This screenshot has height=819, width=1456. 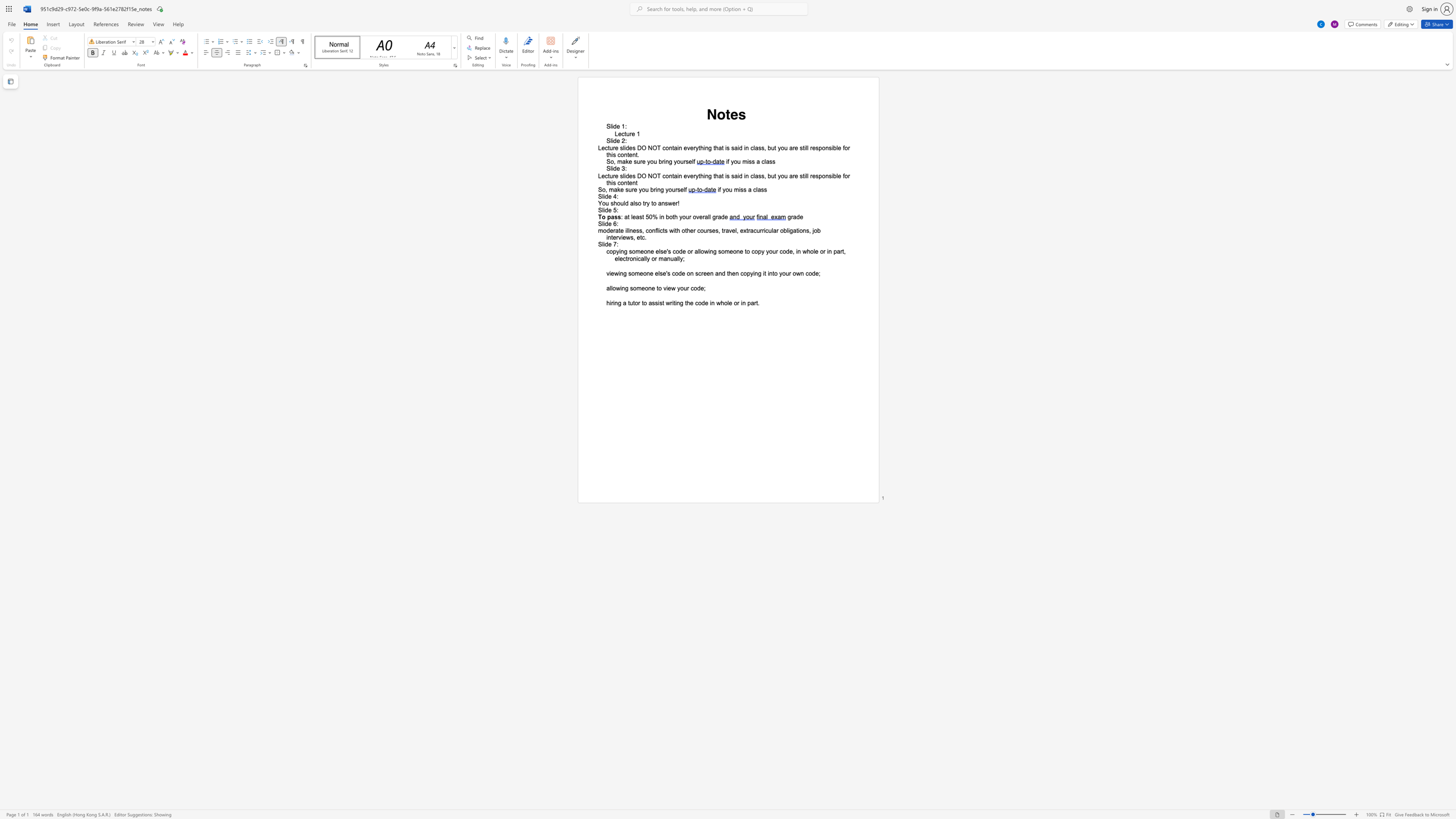 I want to click on the subset text "rricular obligations, job inter" within the text "moderate illness, conflicts with other courses, travel, extracurricular obligations, job interviews, etc.", so click(x=760, y=230).